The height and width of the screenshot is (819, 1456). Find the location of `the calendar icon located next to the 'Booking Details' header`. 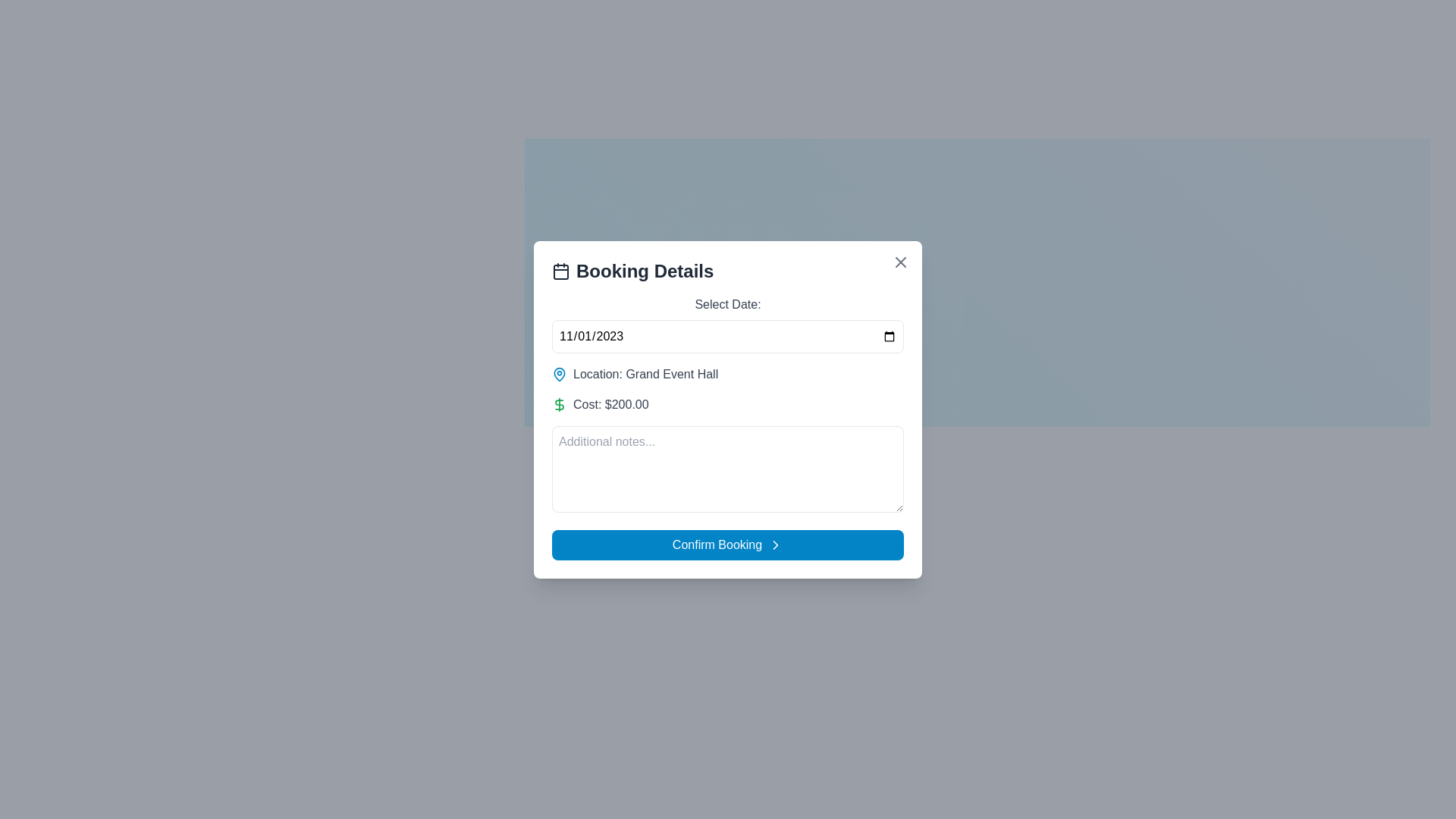

the calendar icon located next to the 'Booking Details' header is located at coordinates (560, 270).